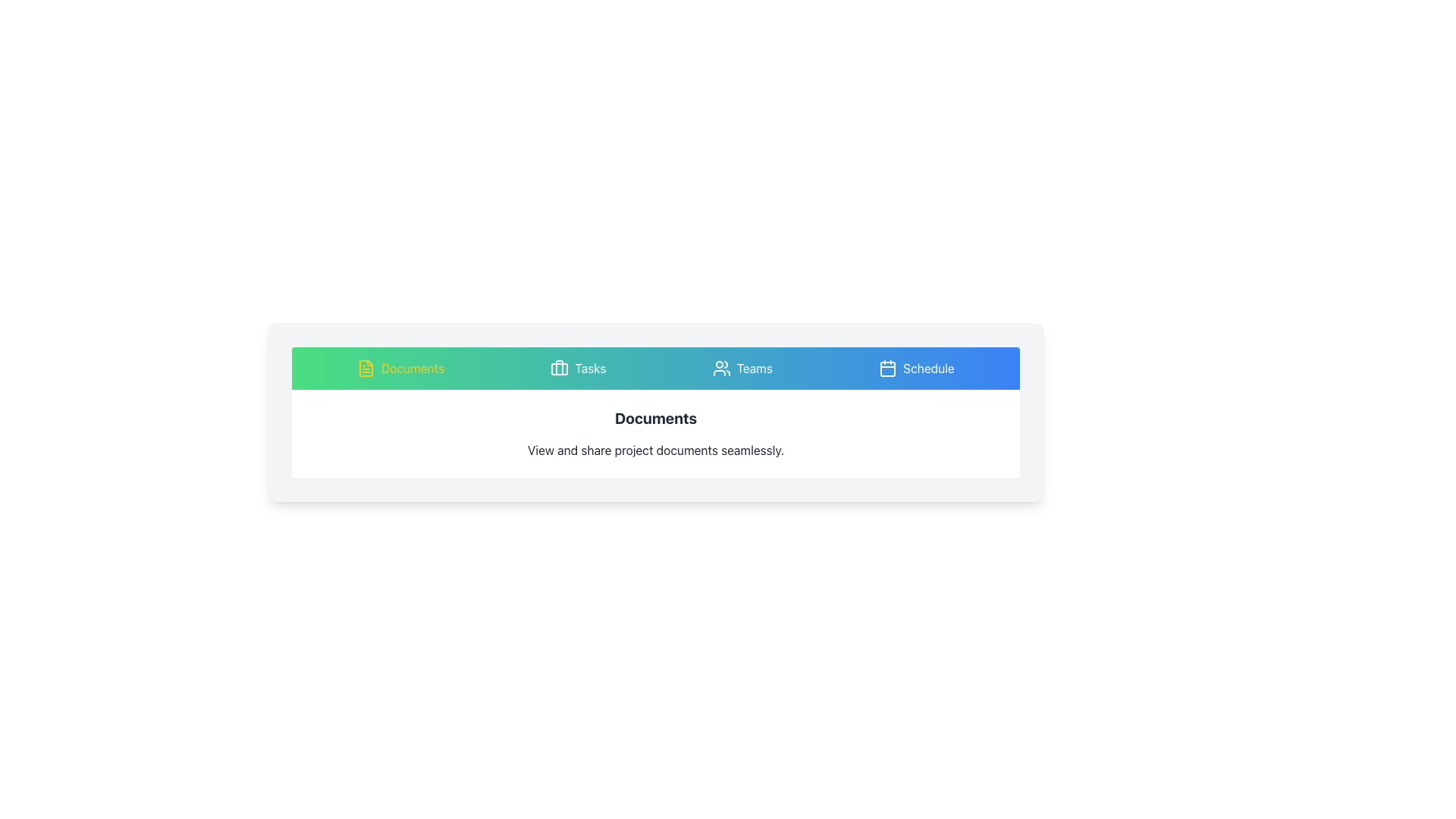 This screenshot has width=1456, height=819. Describe the element at coordinates (927, 369) in the screenshot. I see `the 'Schedule' label in the top-right section of the navigation bar, which is the last item and appears next to an icon` at that location.